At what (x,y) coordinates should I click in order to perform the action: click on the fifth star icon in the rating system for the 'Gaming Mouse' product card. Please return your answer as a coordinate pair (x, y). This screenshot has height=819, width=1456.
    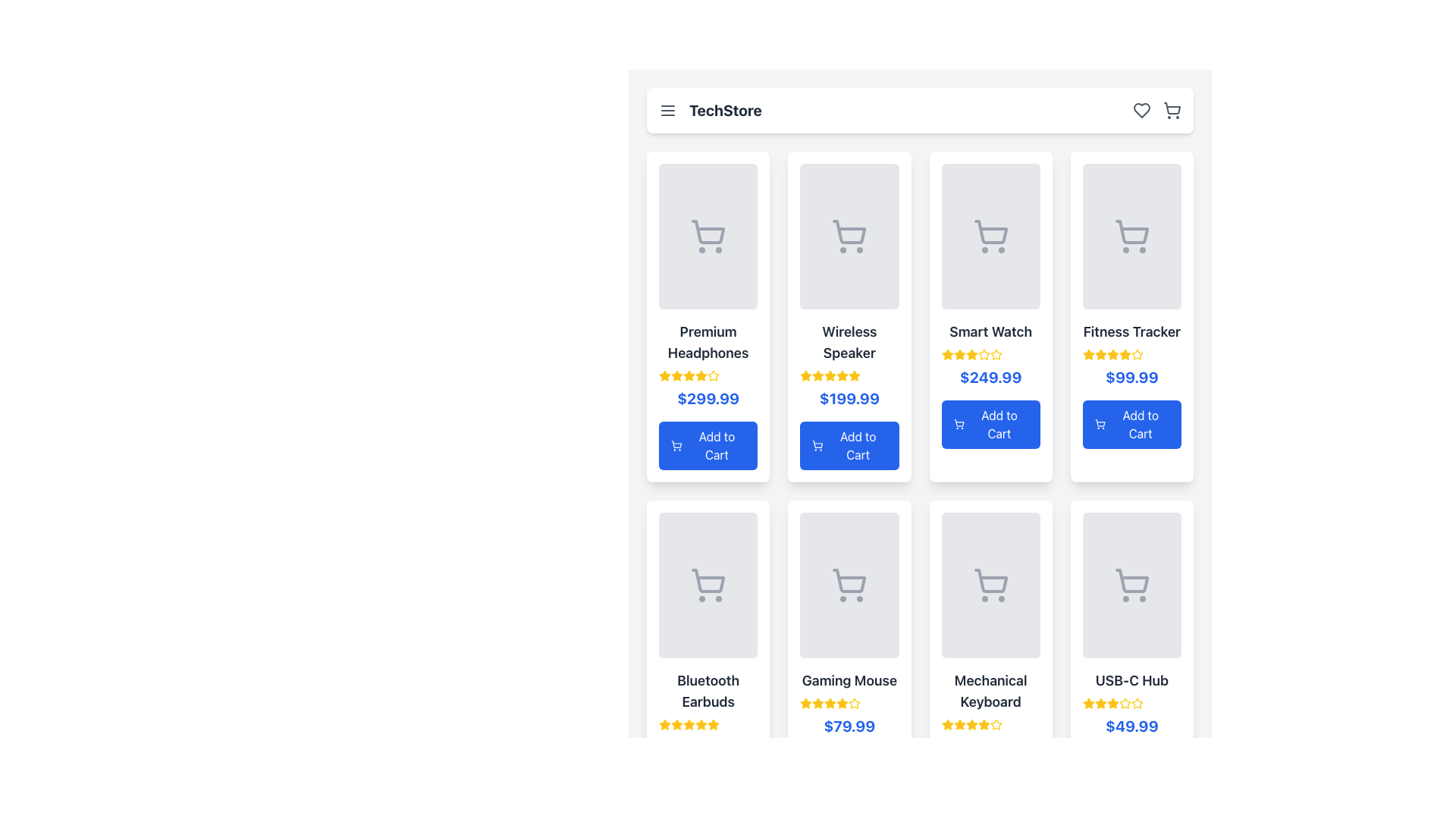
    Looking at the image, I should click on (855, 704).